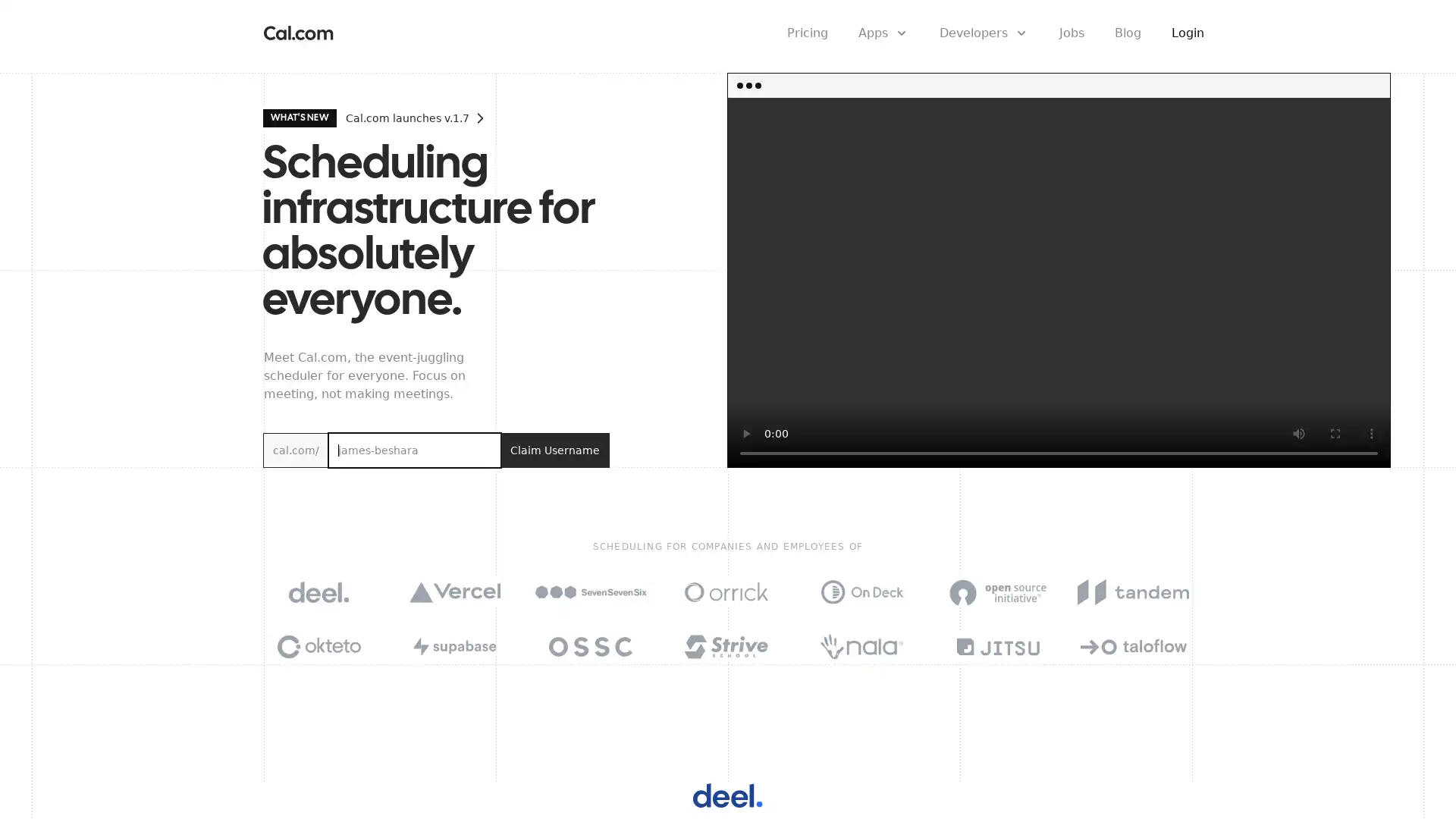 This screenshot has width=1456, height=819. What do you see at coordinates (1372, 433) in the screenshot?
I see `show more media controls` at bounding box center [1372, 433].